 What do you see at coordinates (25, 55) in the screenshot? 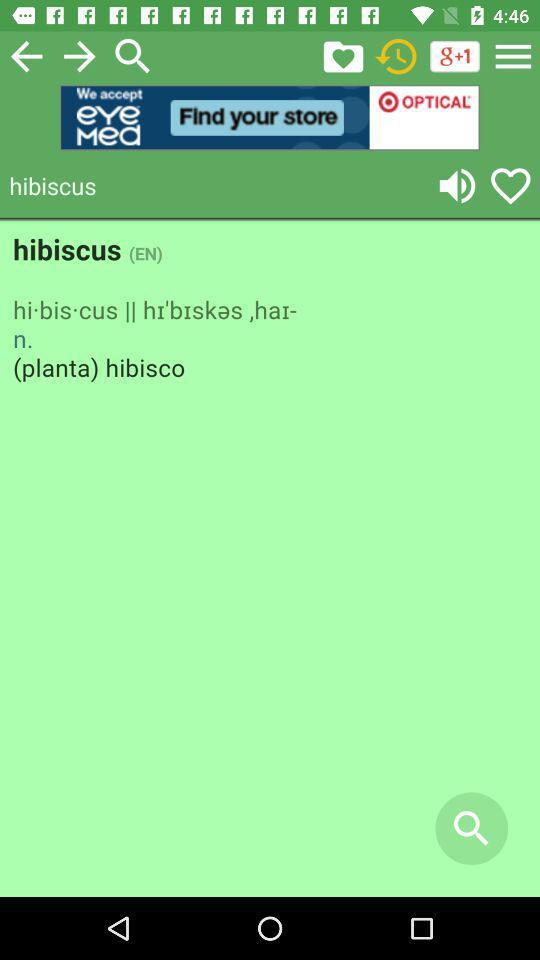
I see `page` at bounding box center [25, 55].